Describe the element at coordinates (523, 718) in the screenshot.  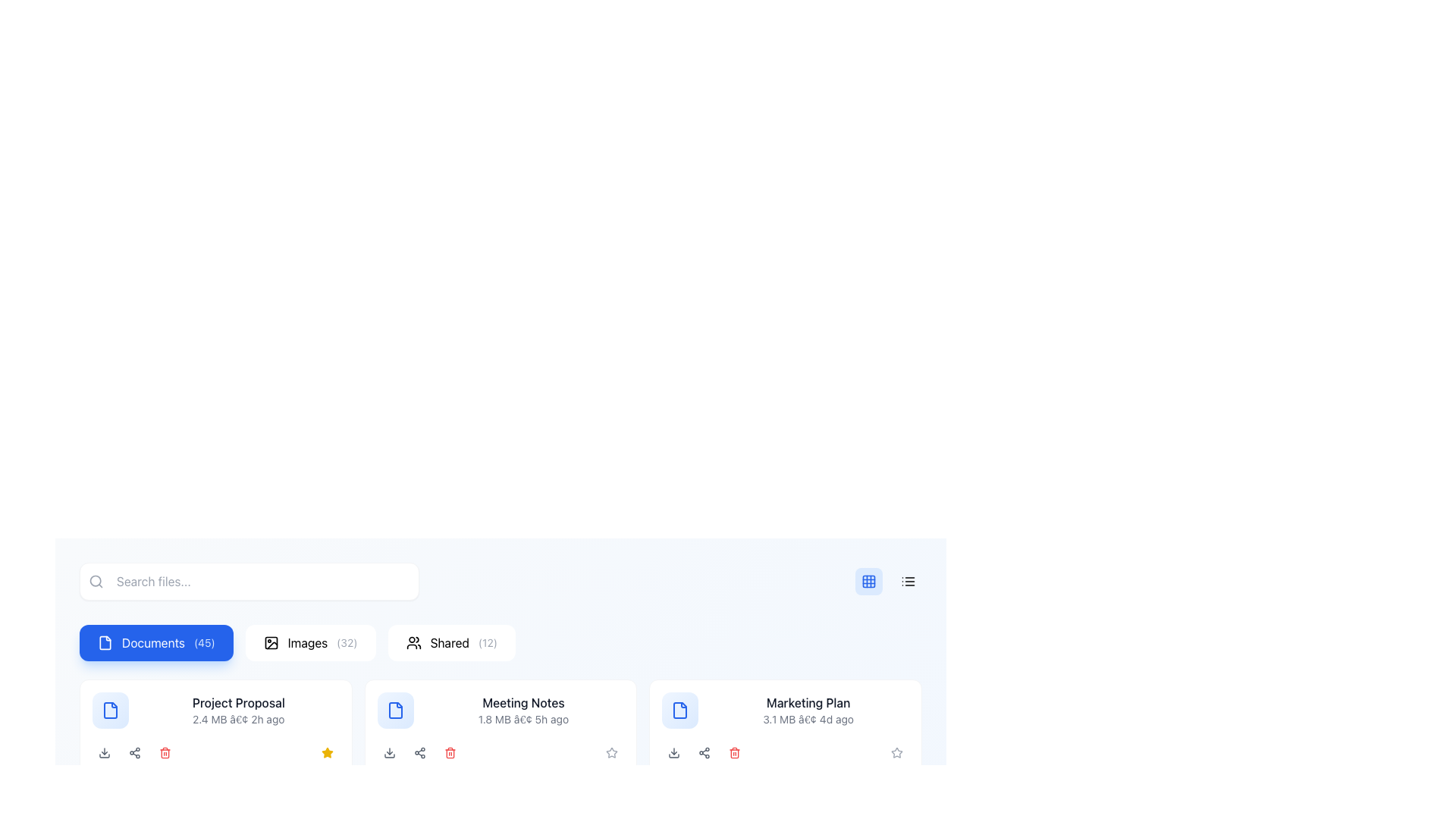
I see `the text label displaying '1.8 MB • 5h ago', which is located beneath the 'Meeting Notes' text and is part of the file metadata` at that location.